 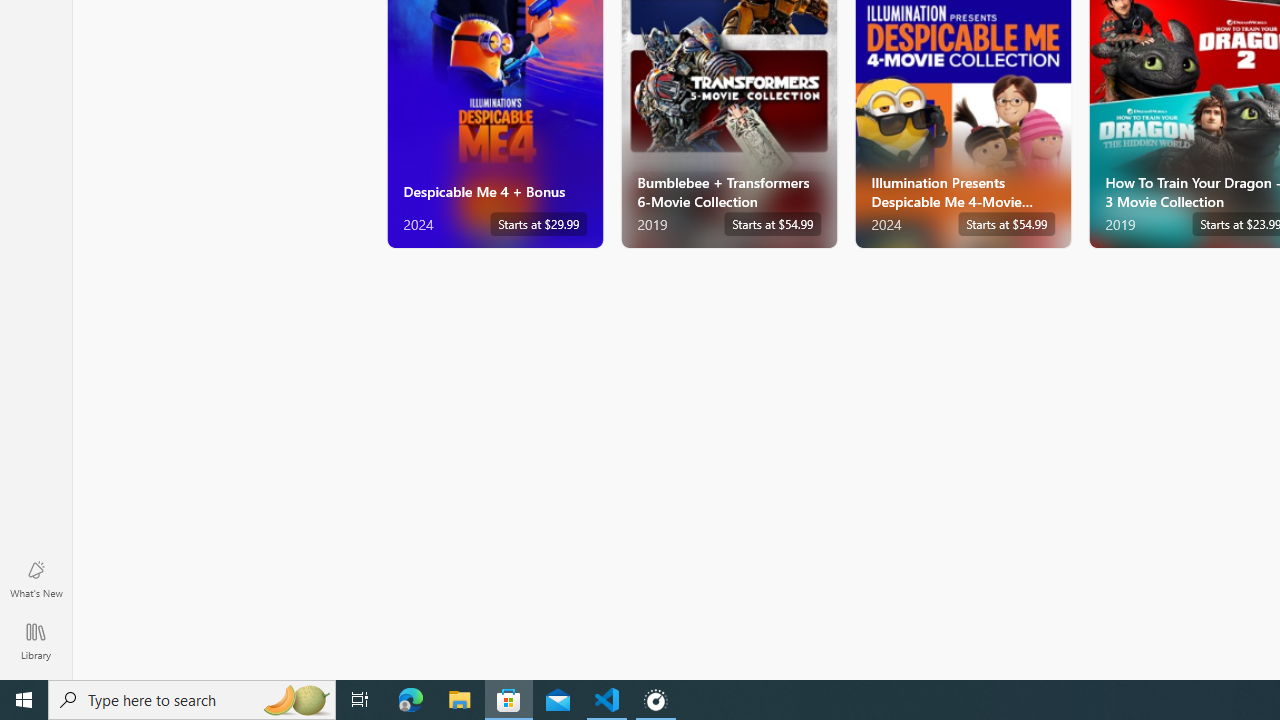 What do you see at coordinates (35, 640) in the screenshot?
I see `'Library'` at bounding box center [35, 640].